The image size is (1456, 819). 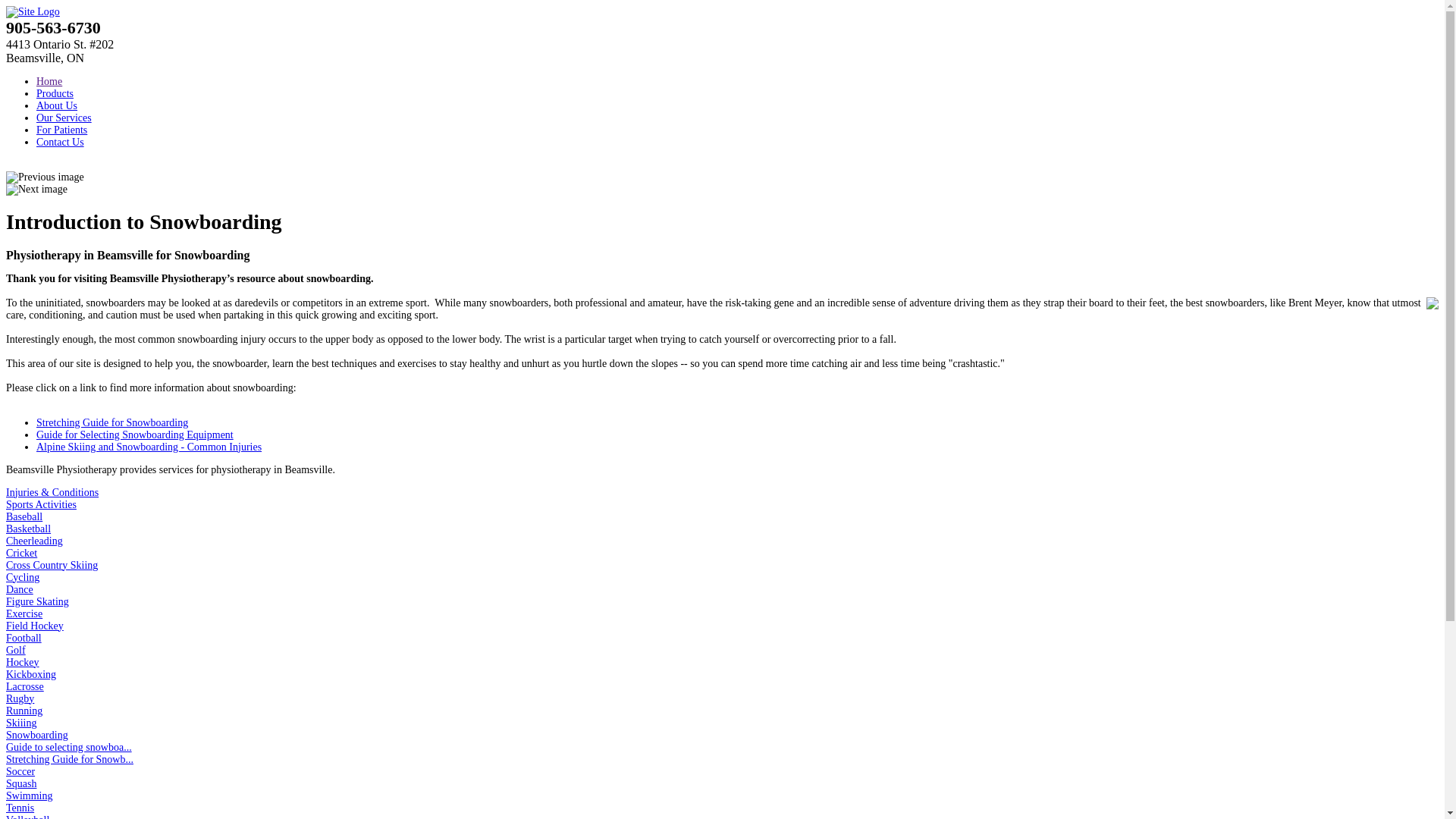 What do you see at coordinates (52, 565) in the screenshot?
I see `'Cross Country Skiing'` at bounding box center [52, 565].